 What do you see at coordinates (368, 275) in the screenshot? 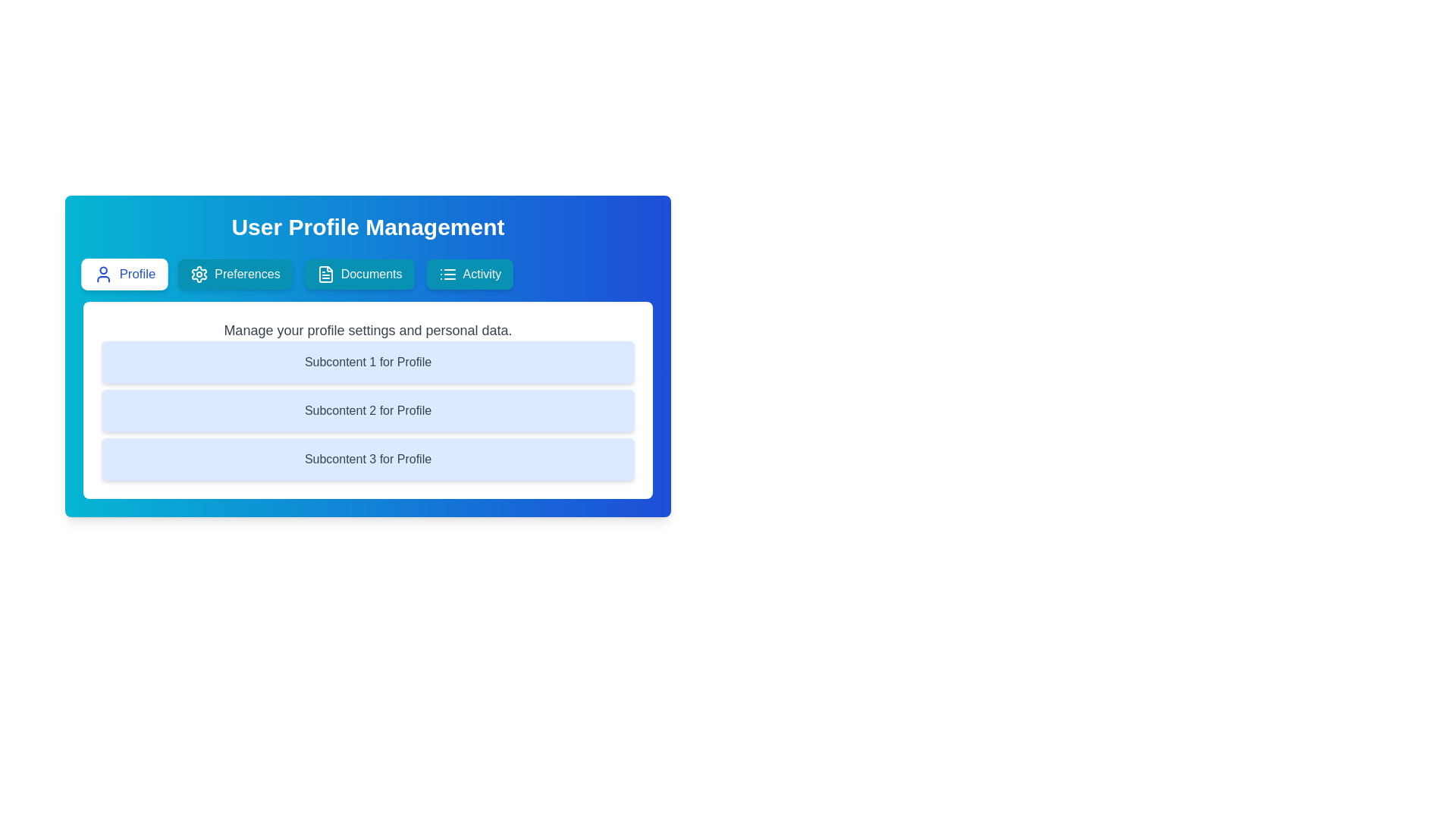
I see `the 'Documents' tab in the navigation bar` at bounding box center [368, 275].